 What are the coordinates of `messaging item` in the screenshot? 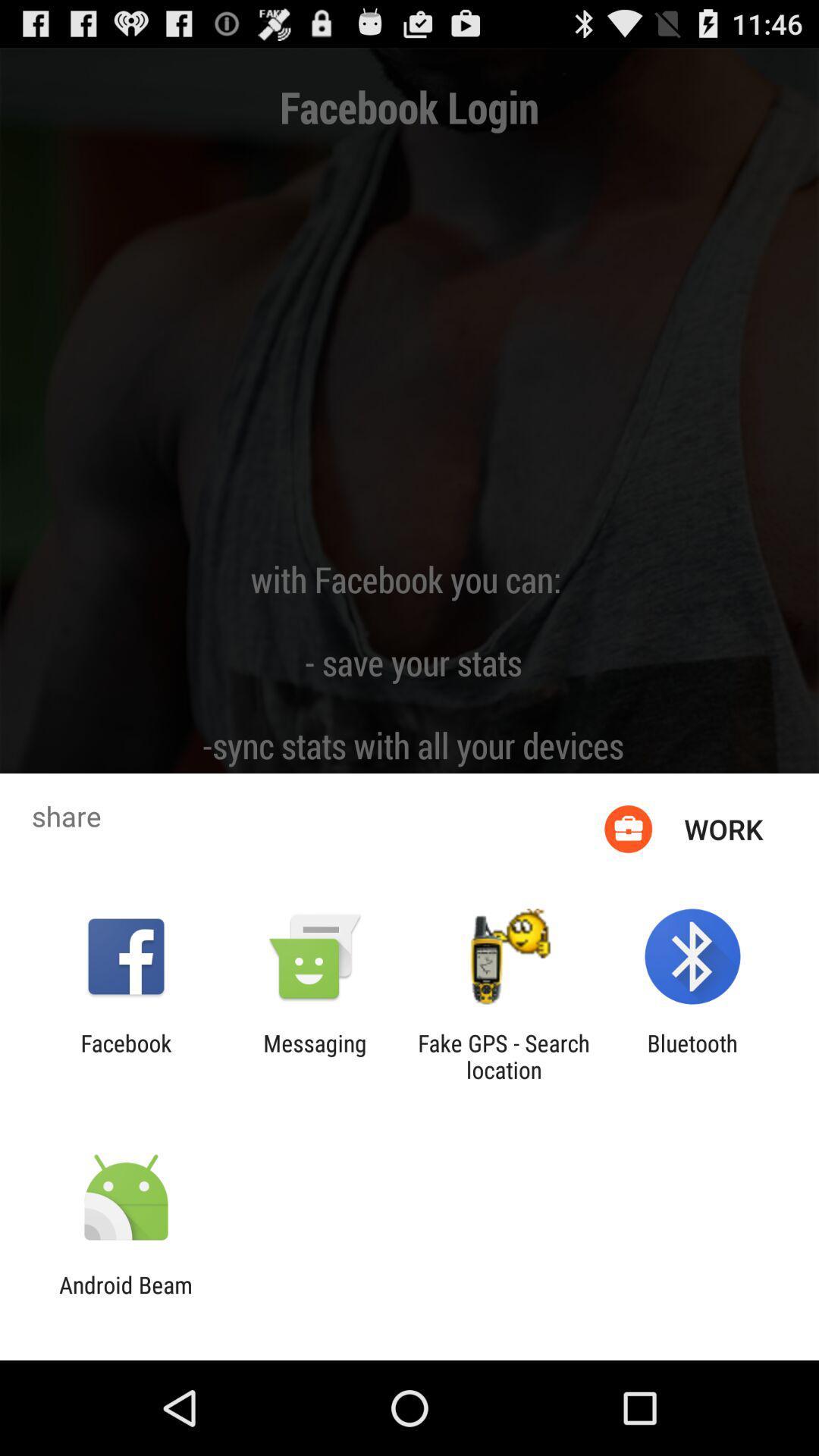 It's located at (314, 1056).